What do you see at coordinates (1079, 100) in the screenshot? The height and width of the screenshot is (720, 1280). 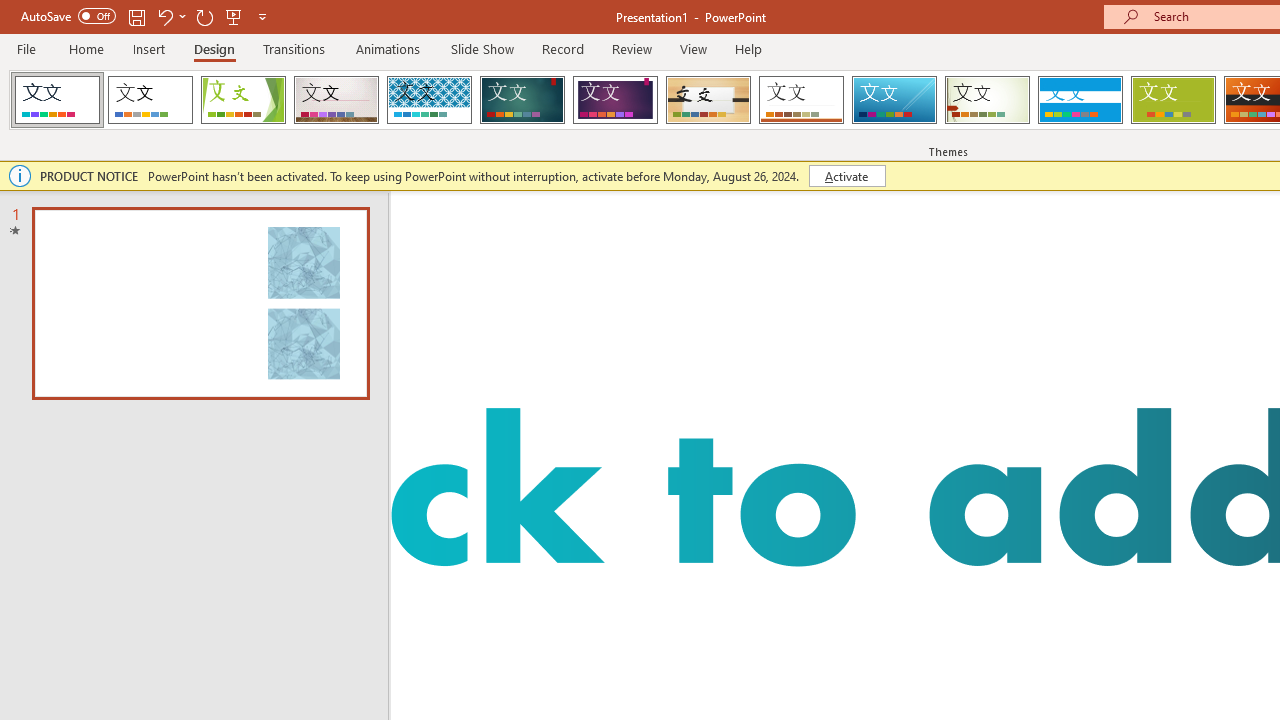 I see `'Banded'` at bounding box center [1079, 100].